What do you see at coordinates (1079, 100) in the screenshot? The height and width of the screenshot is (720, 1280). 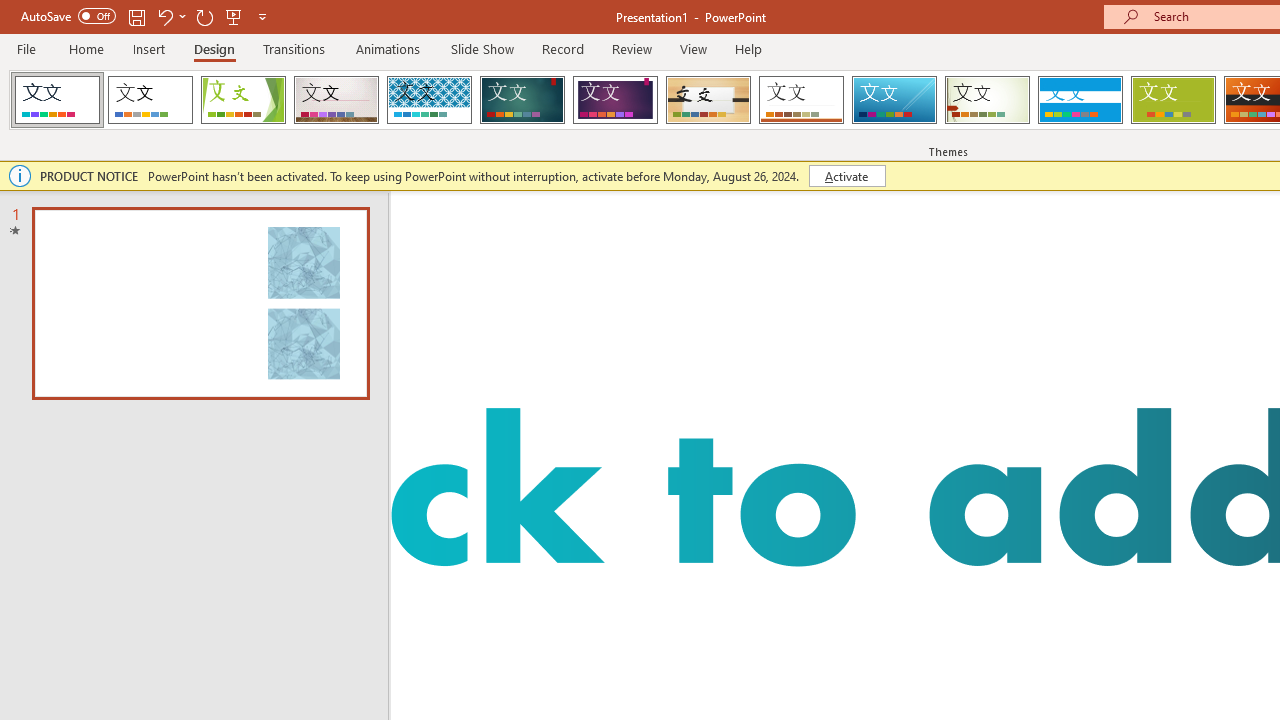 I see `'Banded'` at bounding box center [1079, 100].